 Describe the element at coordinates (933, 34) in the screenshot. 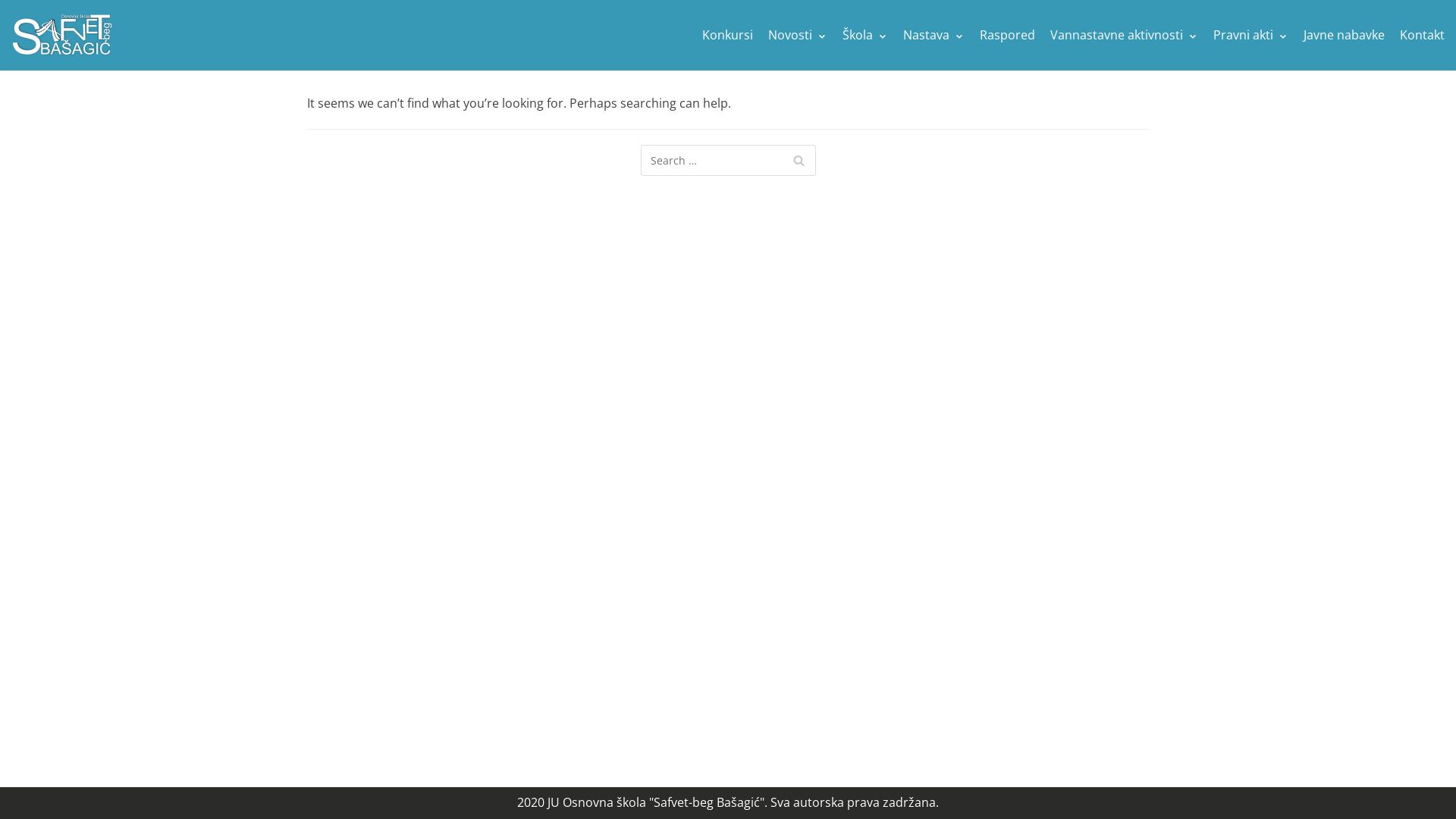

I see `'Nastava'` at that location.